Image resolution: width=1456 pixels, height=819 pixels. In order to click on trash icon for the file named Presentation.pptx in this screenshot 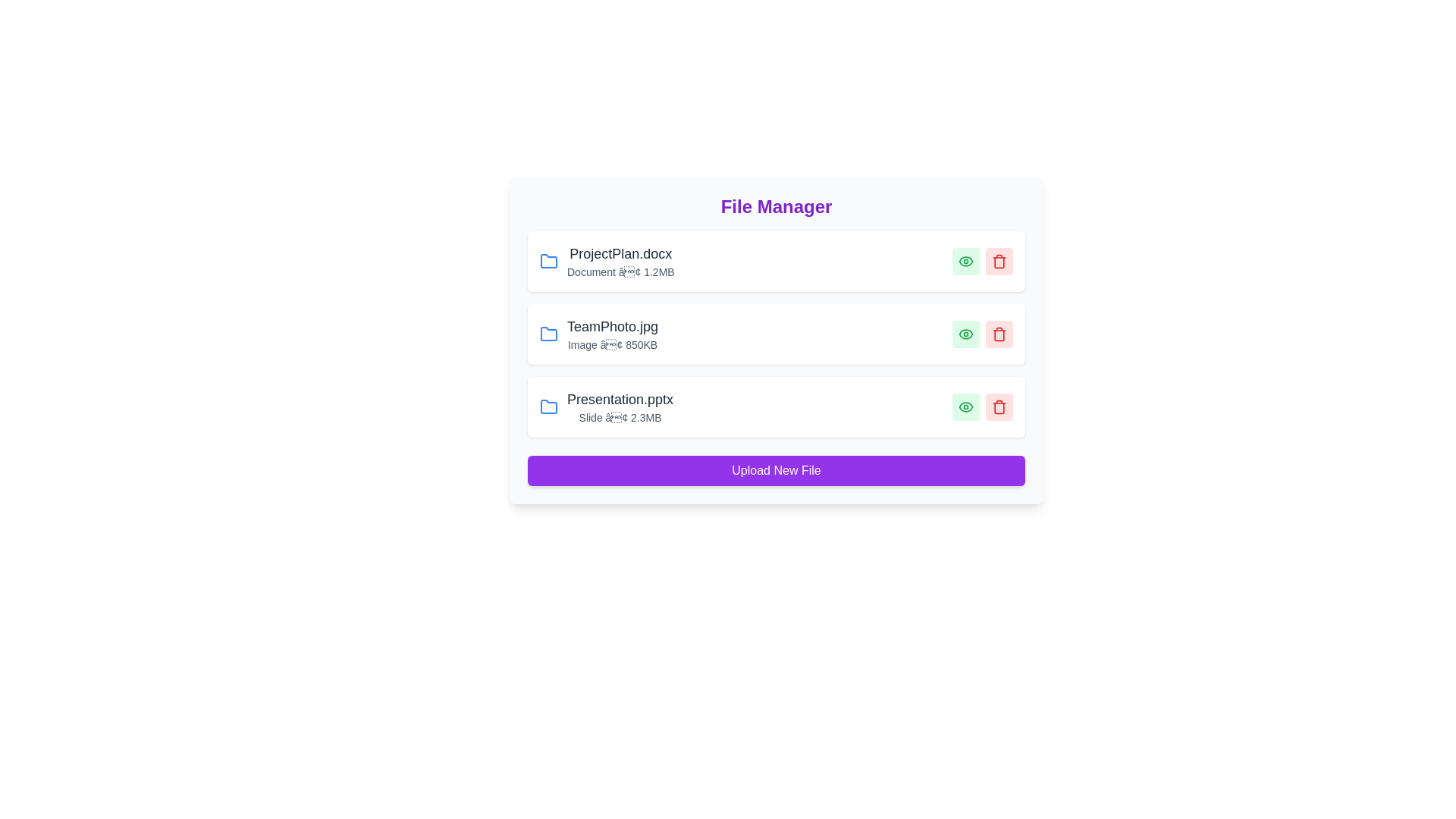, I will do `click(999, 406)`.